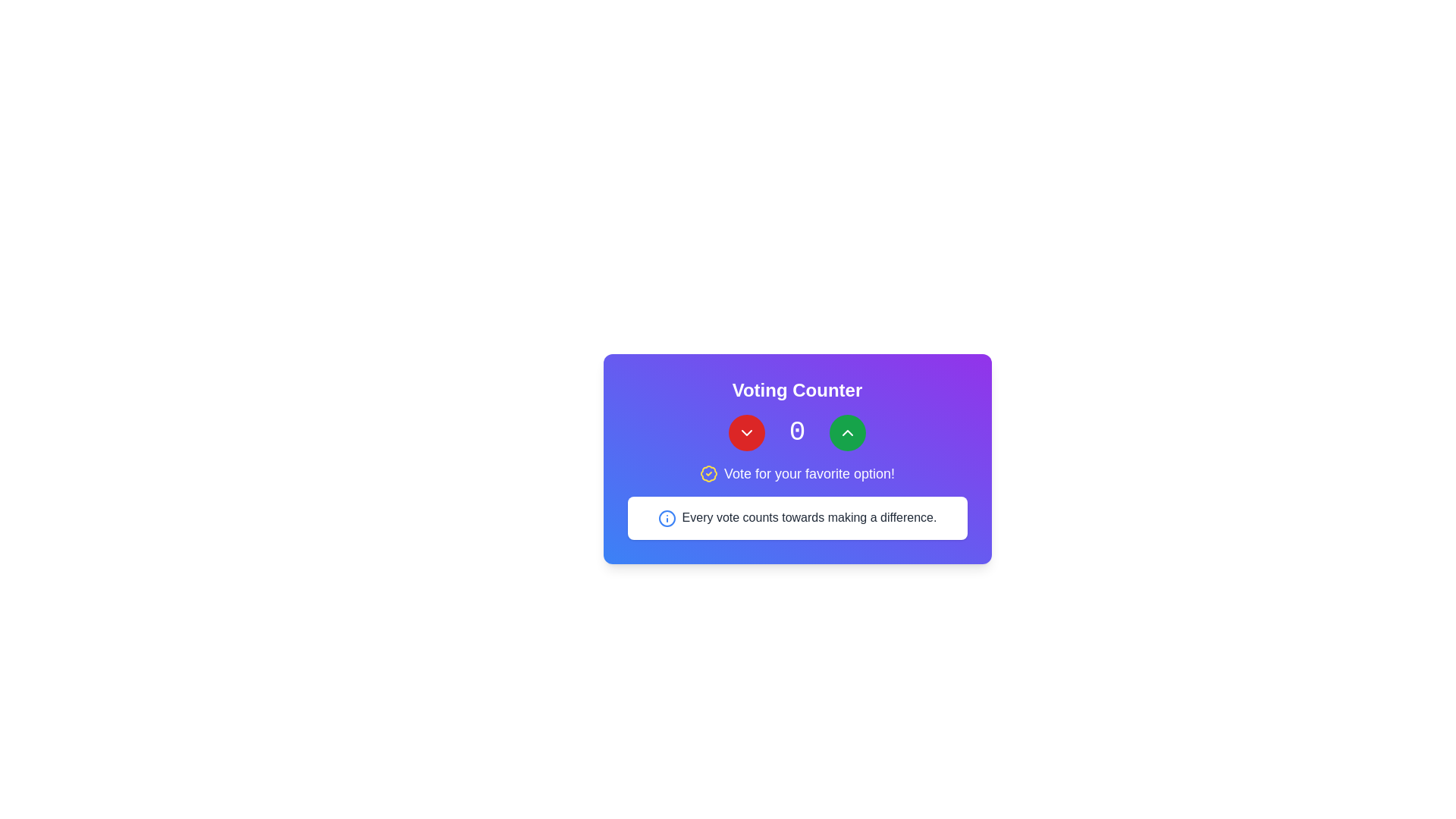 The width and height of the screenshot is (1456, 819). I want to click on the circular icon with a yellow outline and a checkmark inside, which resembles a badge and is located to the left of the text 'Vote for your favorite option!', so click(708, 472).